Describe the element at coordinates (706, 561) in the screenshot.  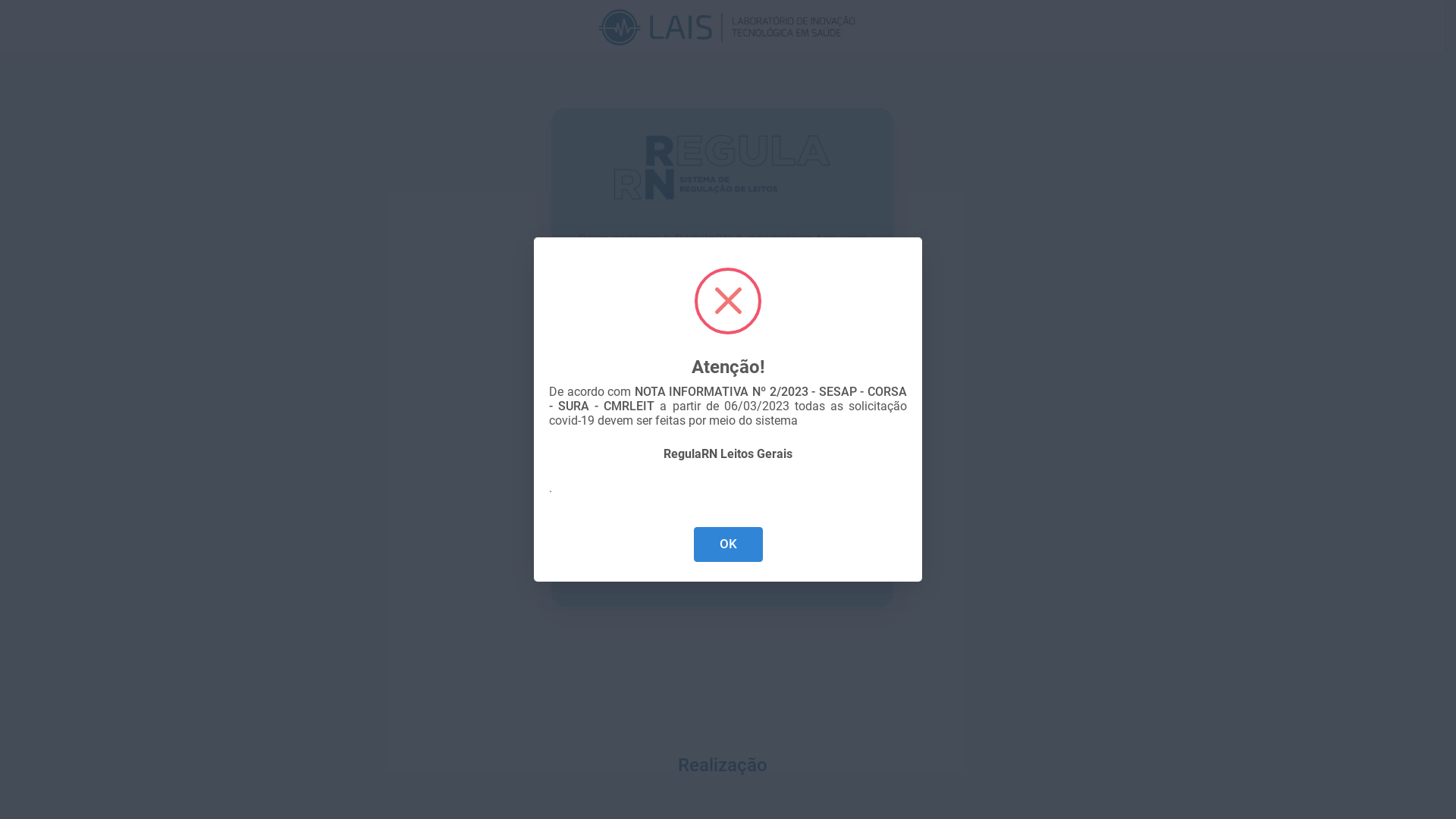
I see `'Cadastro Integrante NIR'` at that location.